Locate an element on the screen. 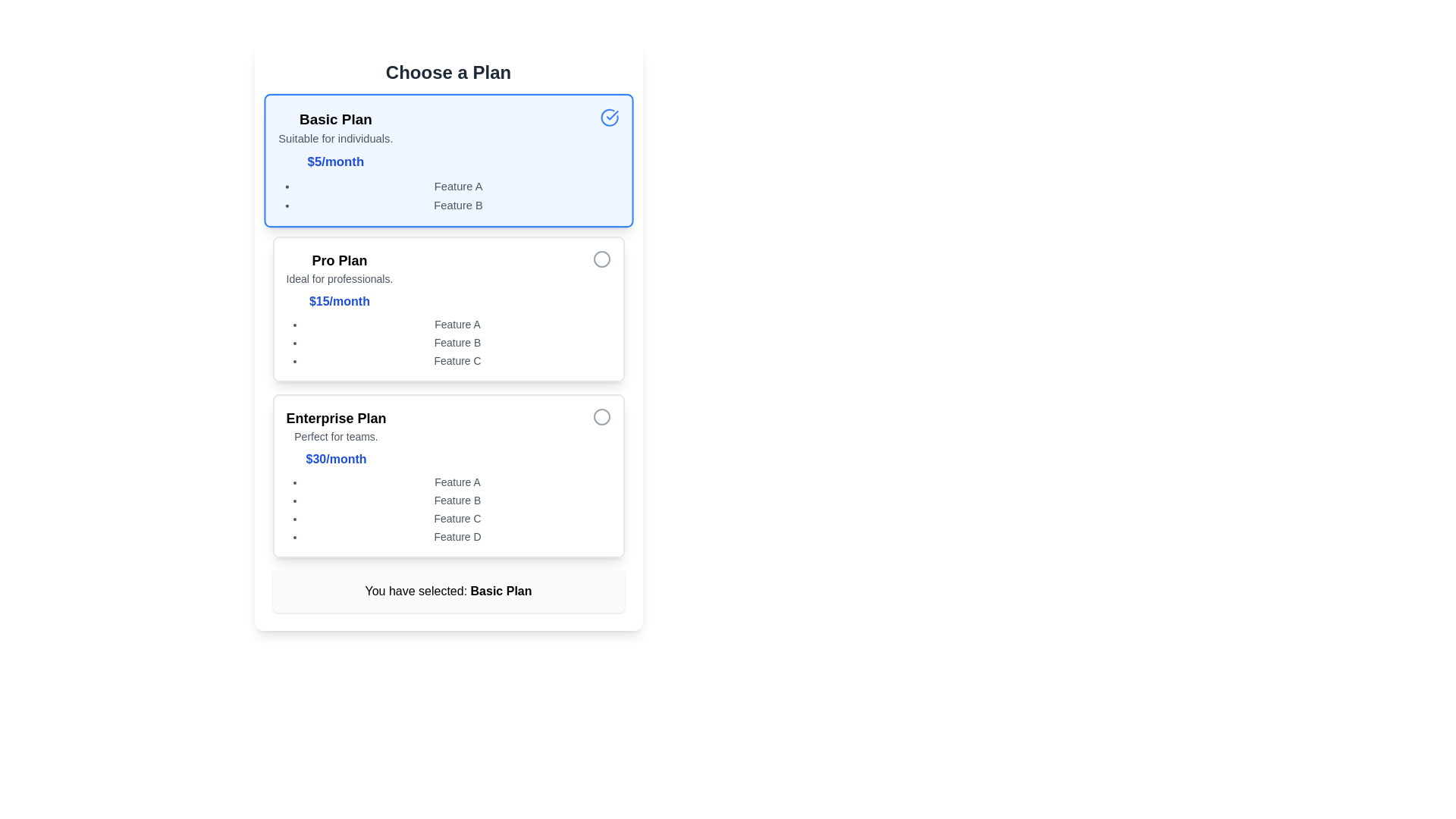 This screenshot has width=1456, height=819. contents of the 'Enterprise Plan' informational card, which is the third plan in a vertical list of subscription plans, located between the 'Pro Plan' card and the features list is located at coordinates (335, 438).